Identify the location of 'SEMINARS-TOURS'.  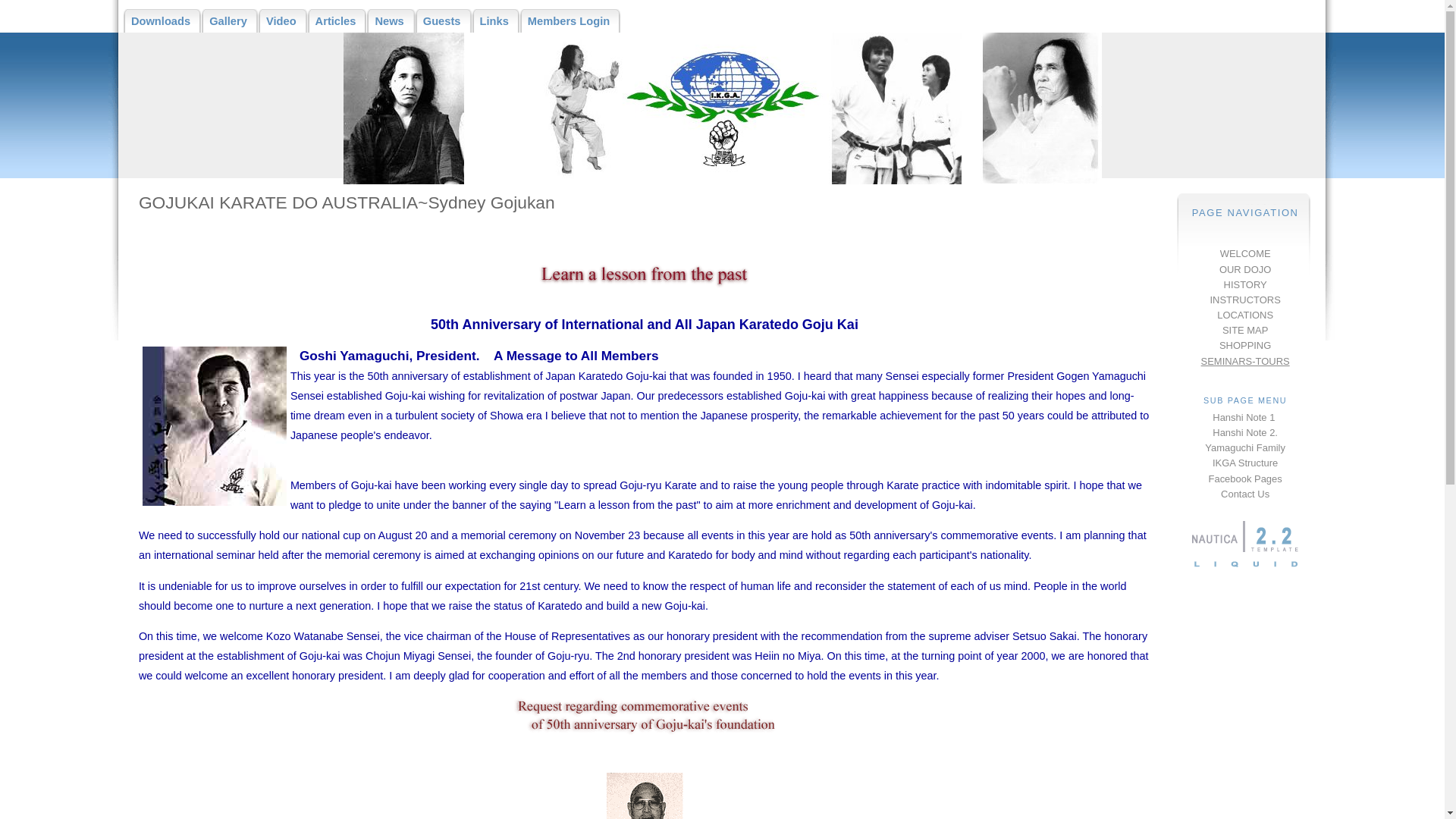
(1200, 360).